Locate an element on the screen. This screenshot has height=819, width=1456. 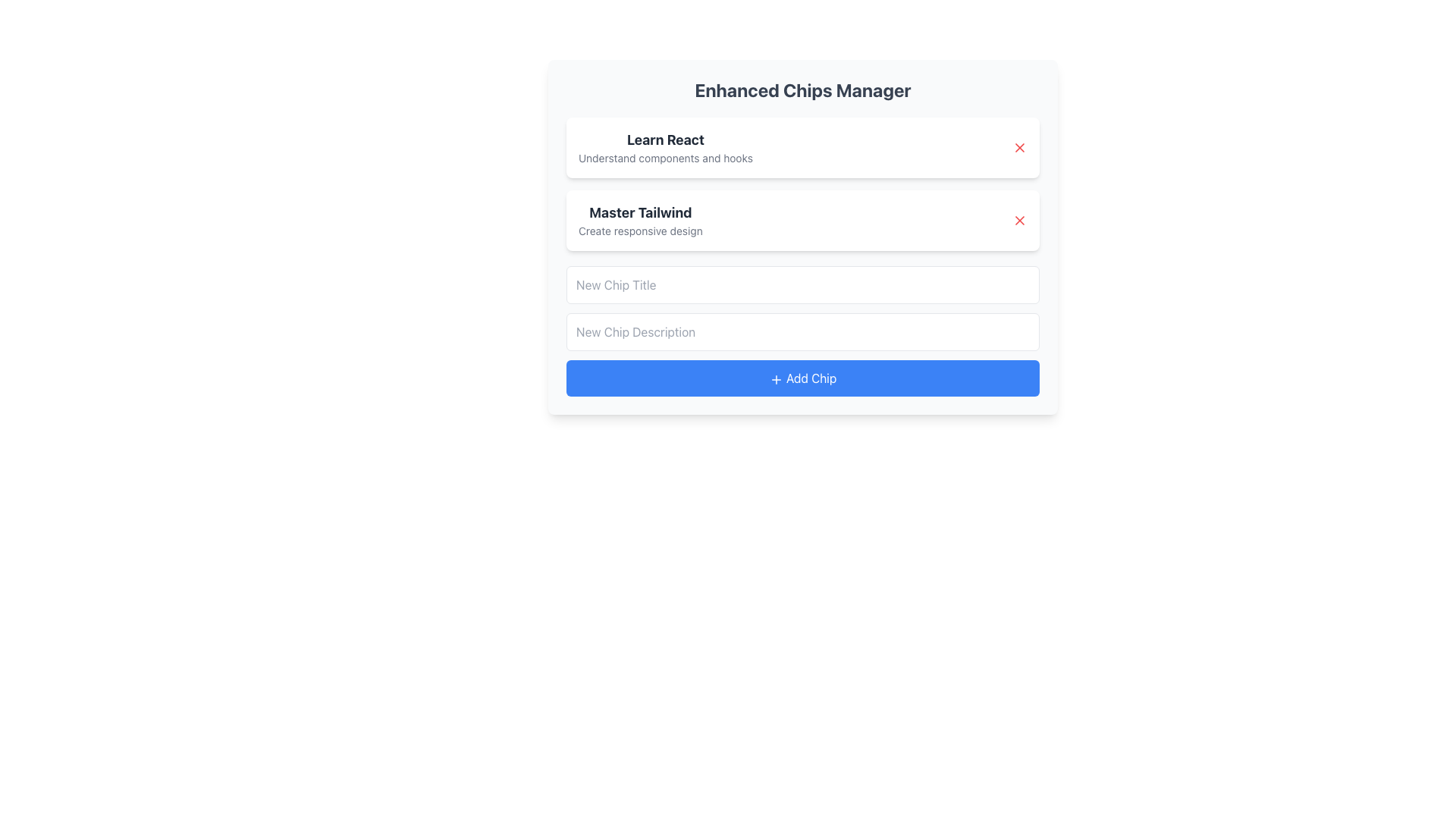
the text block titled 'Master Tailwind' which contains the subtitle 'Create responsive design' for accessibility tools is located at coordinates (640, 220).